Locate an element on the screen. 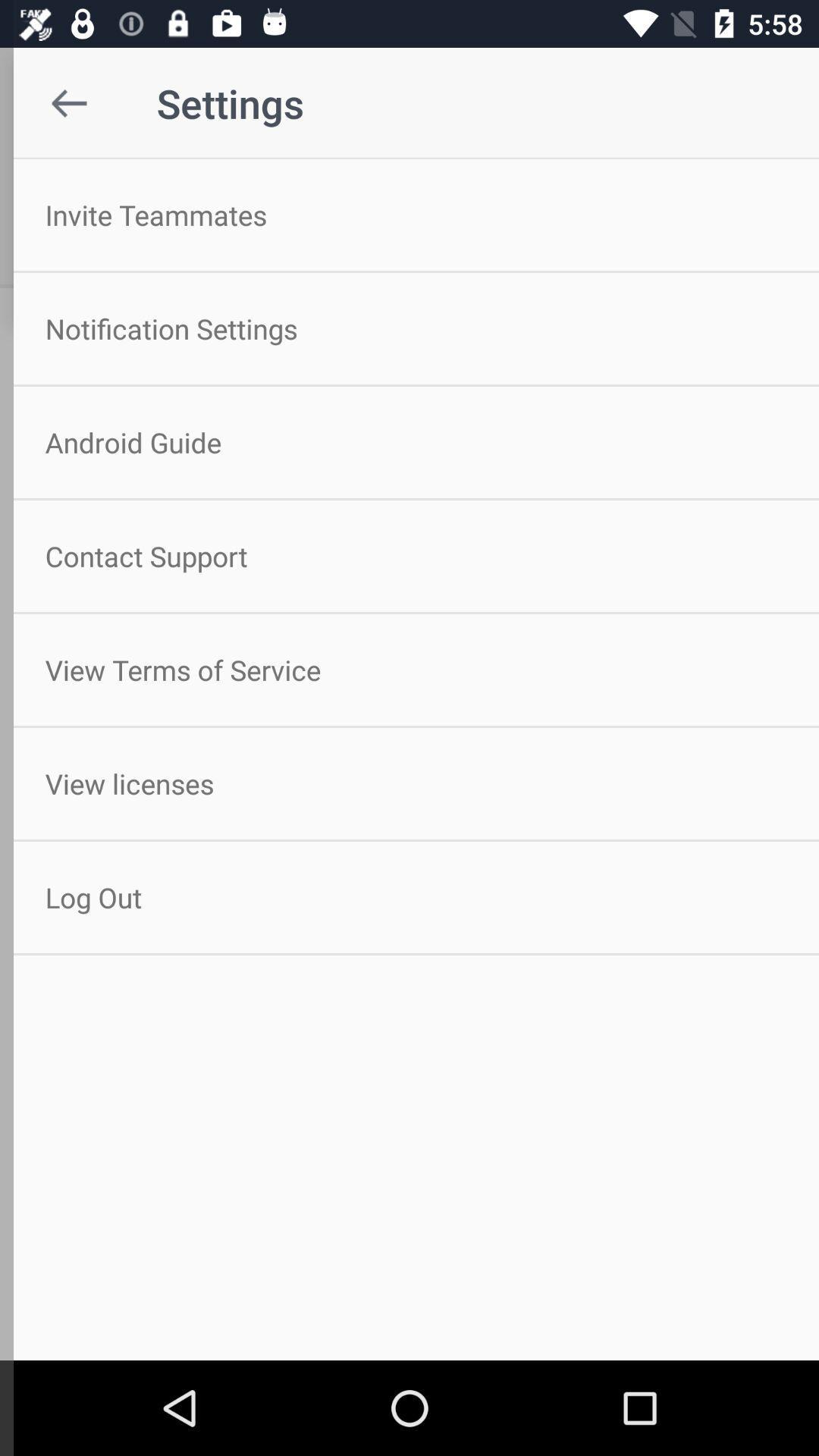  the icon below invite teammates item is located at coordinates (409, 328).